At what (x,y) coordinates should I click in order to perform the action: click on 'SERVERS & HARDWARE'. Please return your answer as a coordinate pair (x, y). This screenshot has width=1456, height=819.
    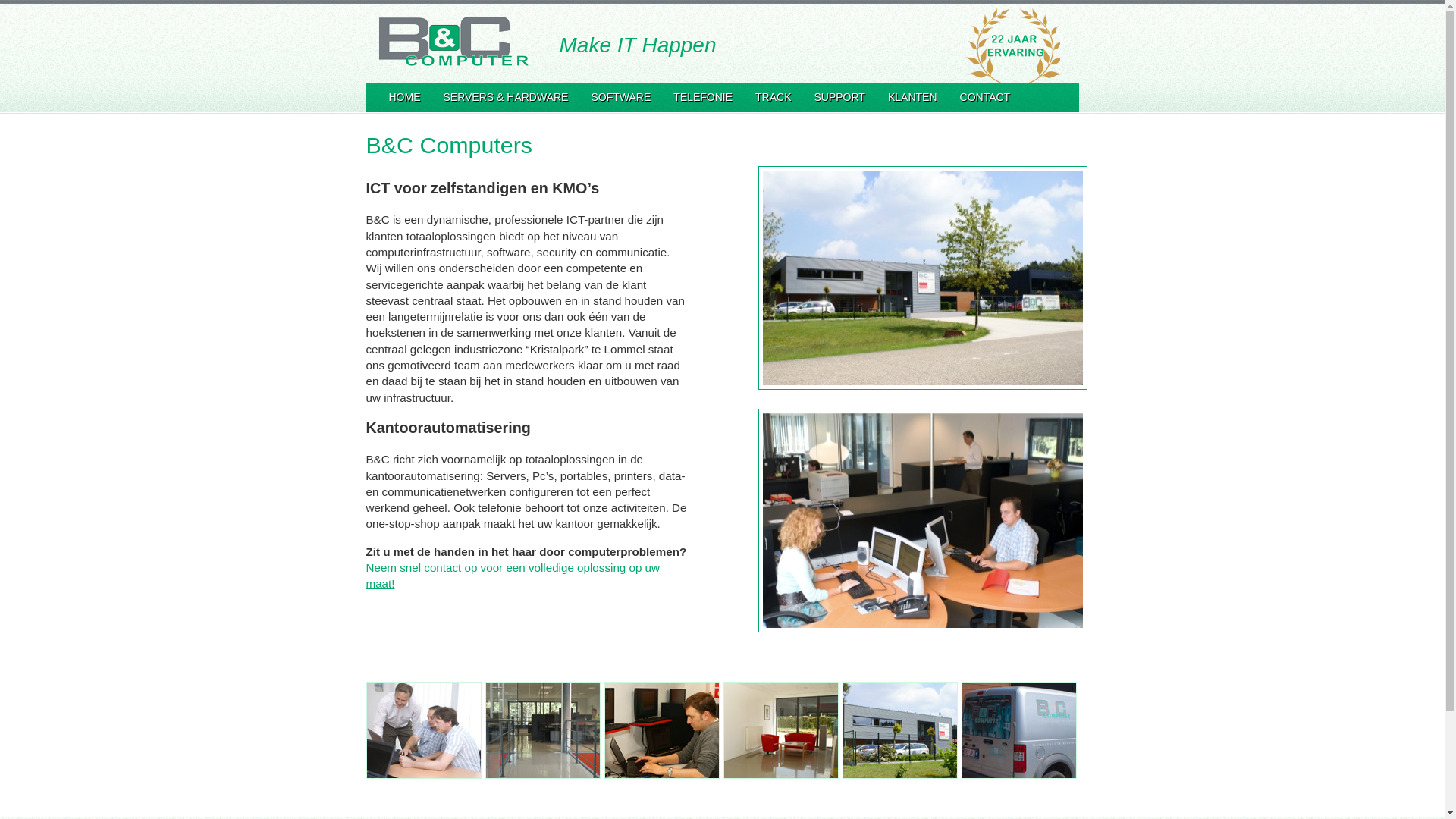
    Looking at the image, I should click on (506, 97).